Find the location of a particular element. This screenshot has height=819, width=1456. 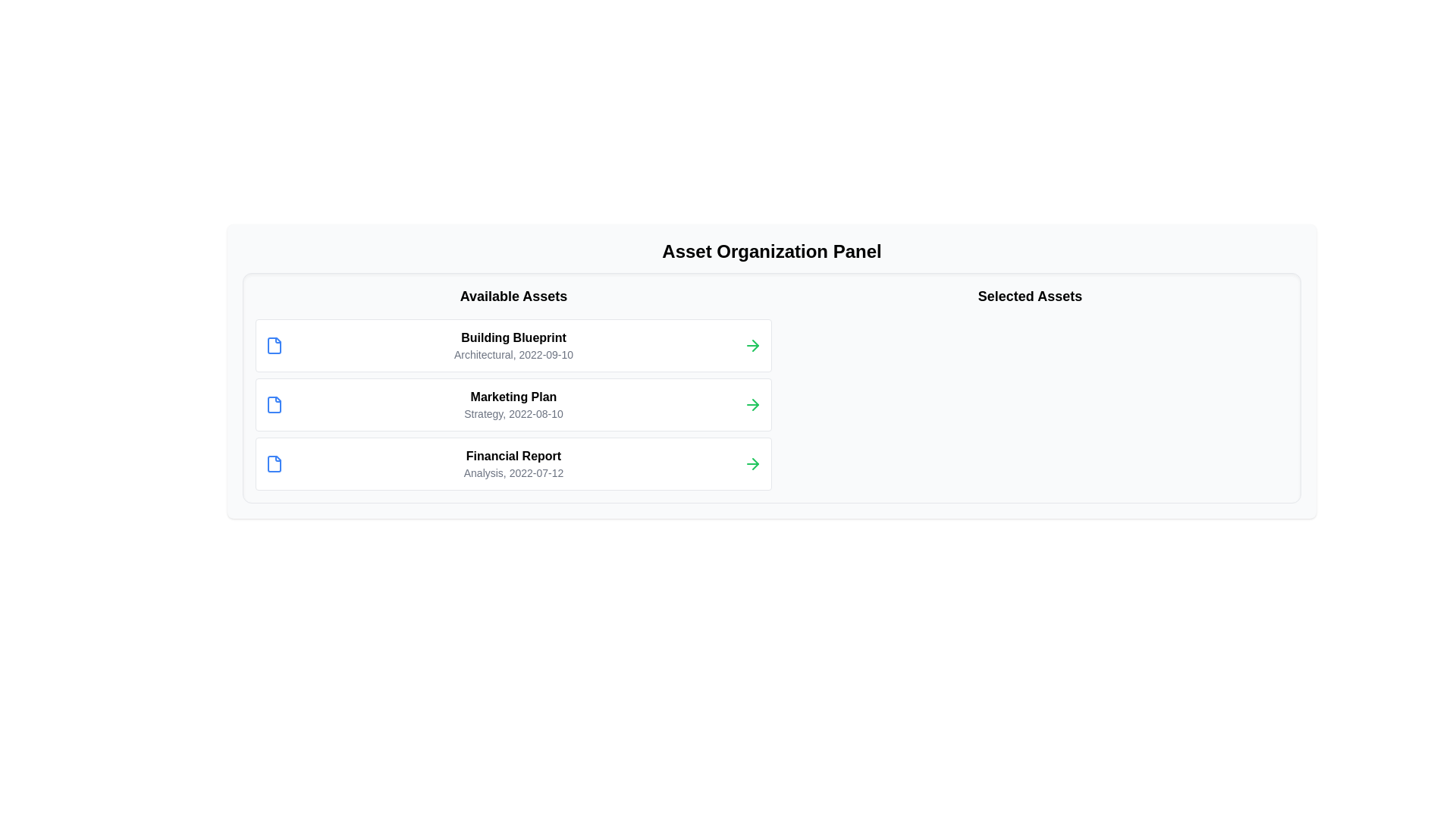

the action icon located in the middle row of the 'Available Assets' panel, which is aligned to the right of the 'Marketing Plan, Strategy, 2022-08-10' row is located at coordinates (755, 403).